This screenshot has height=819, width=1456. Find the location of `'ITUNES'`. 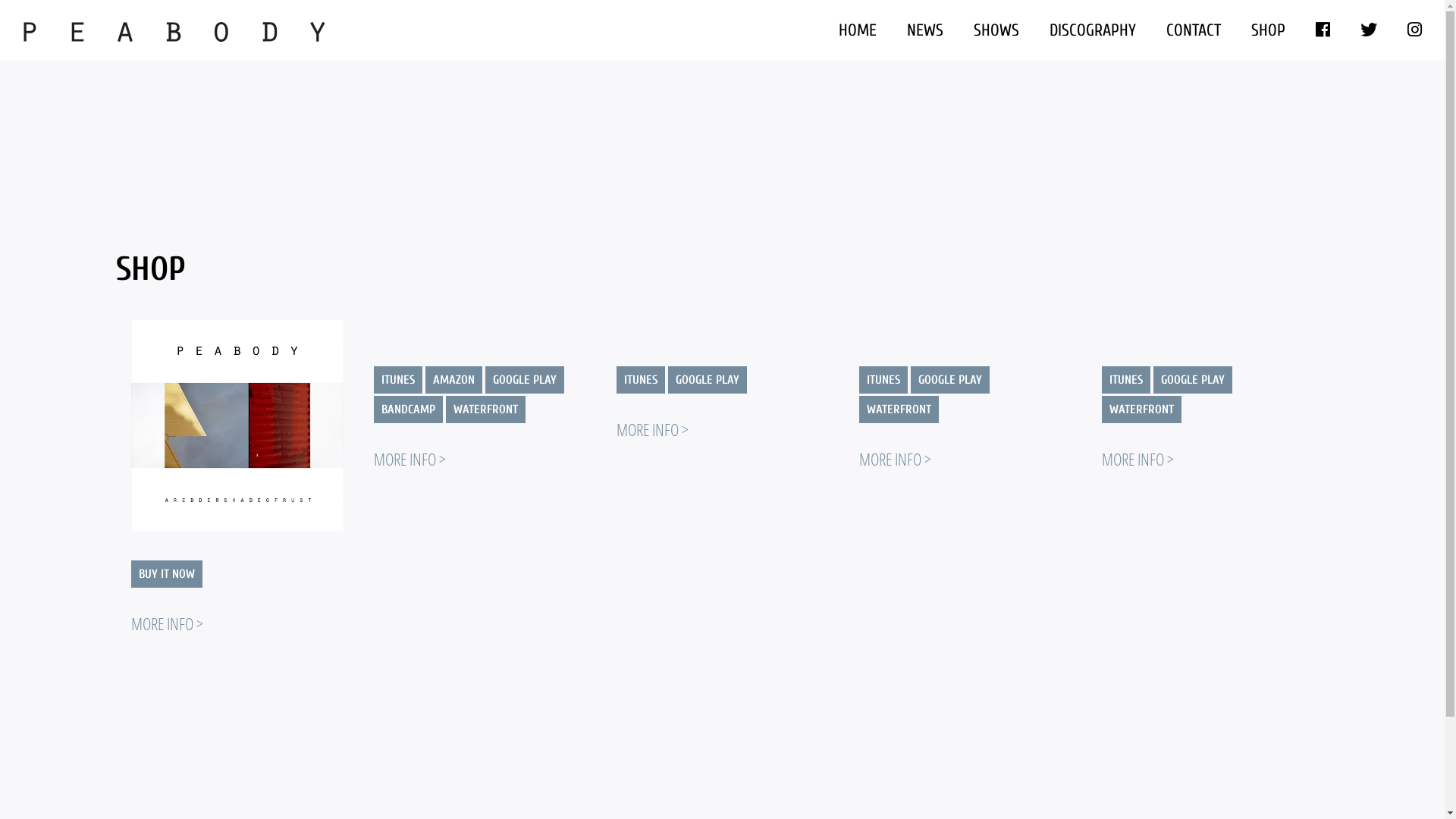

'ITUNES' is located at coordinates (397, 379).